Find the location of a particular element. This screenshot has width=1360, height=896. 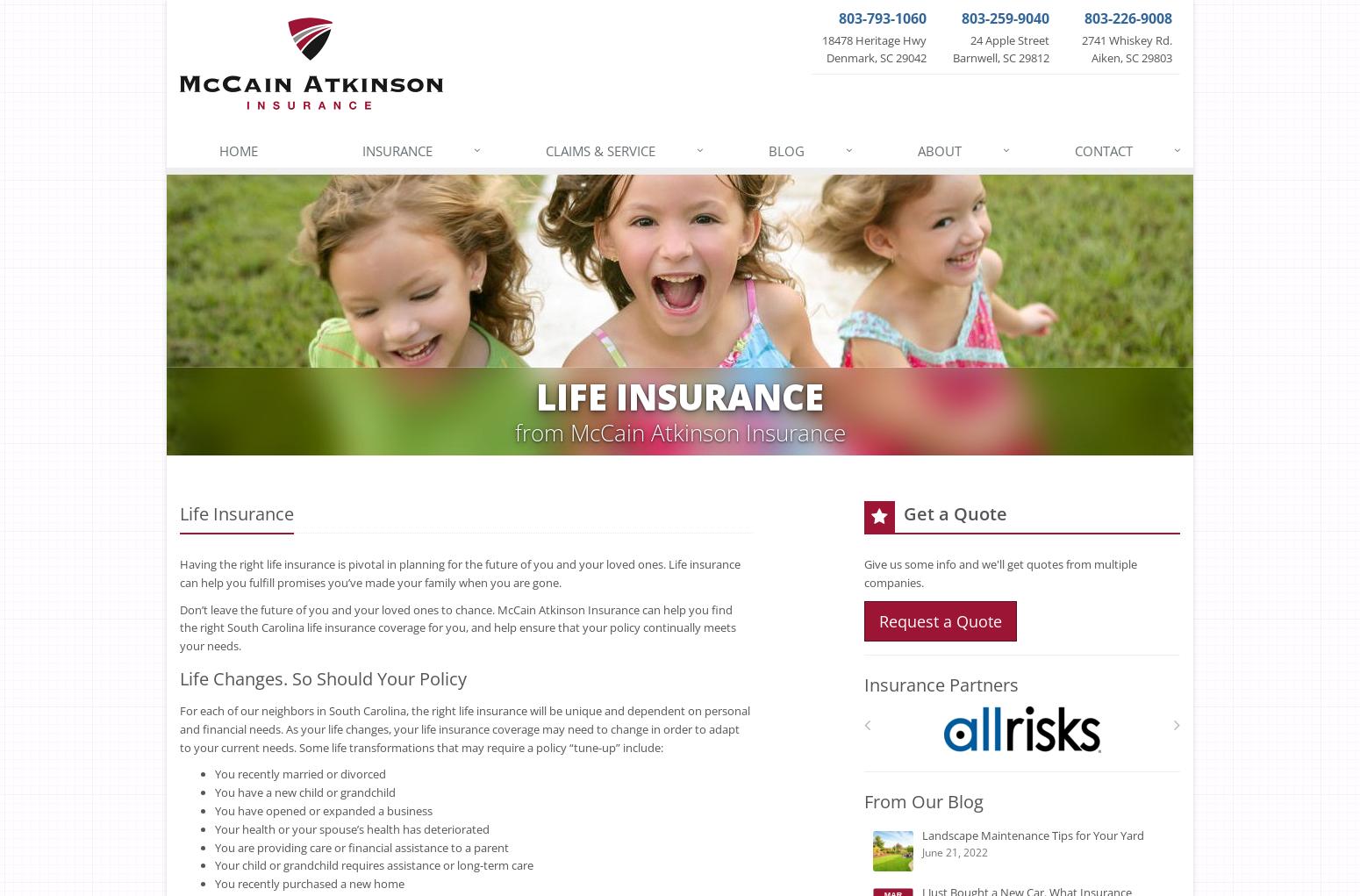

'Aiken, SC 29803' is located at coordinates (1091, 57).